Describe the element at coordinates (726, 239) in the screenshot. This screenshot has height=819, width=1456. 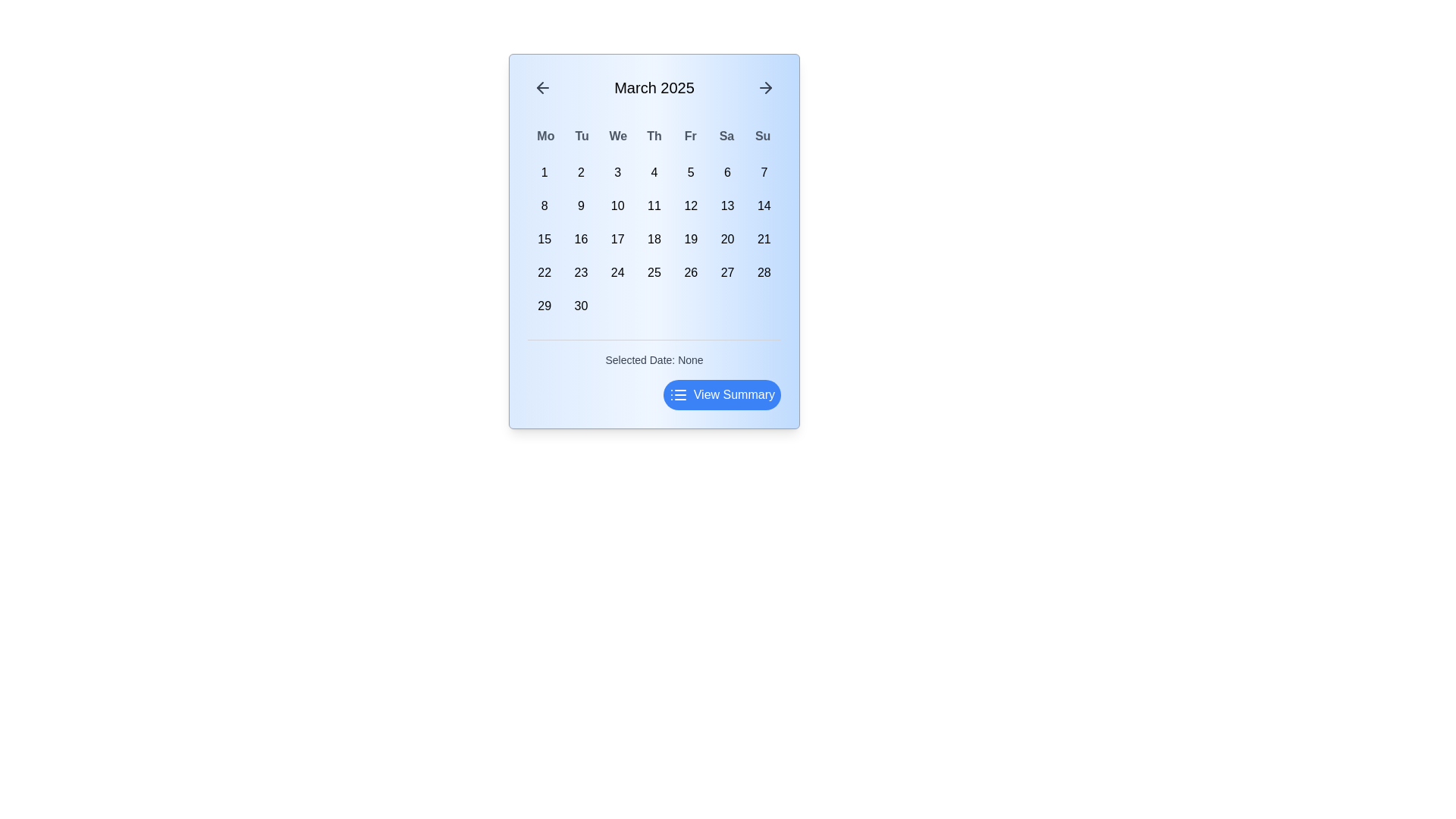
I see `the circular button with the number '20' centered within it` at that location.